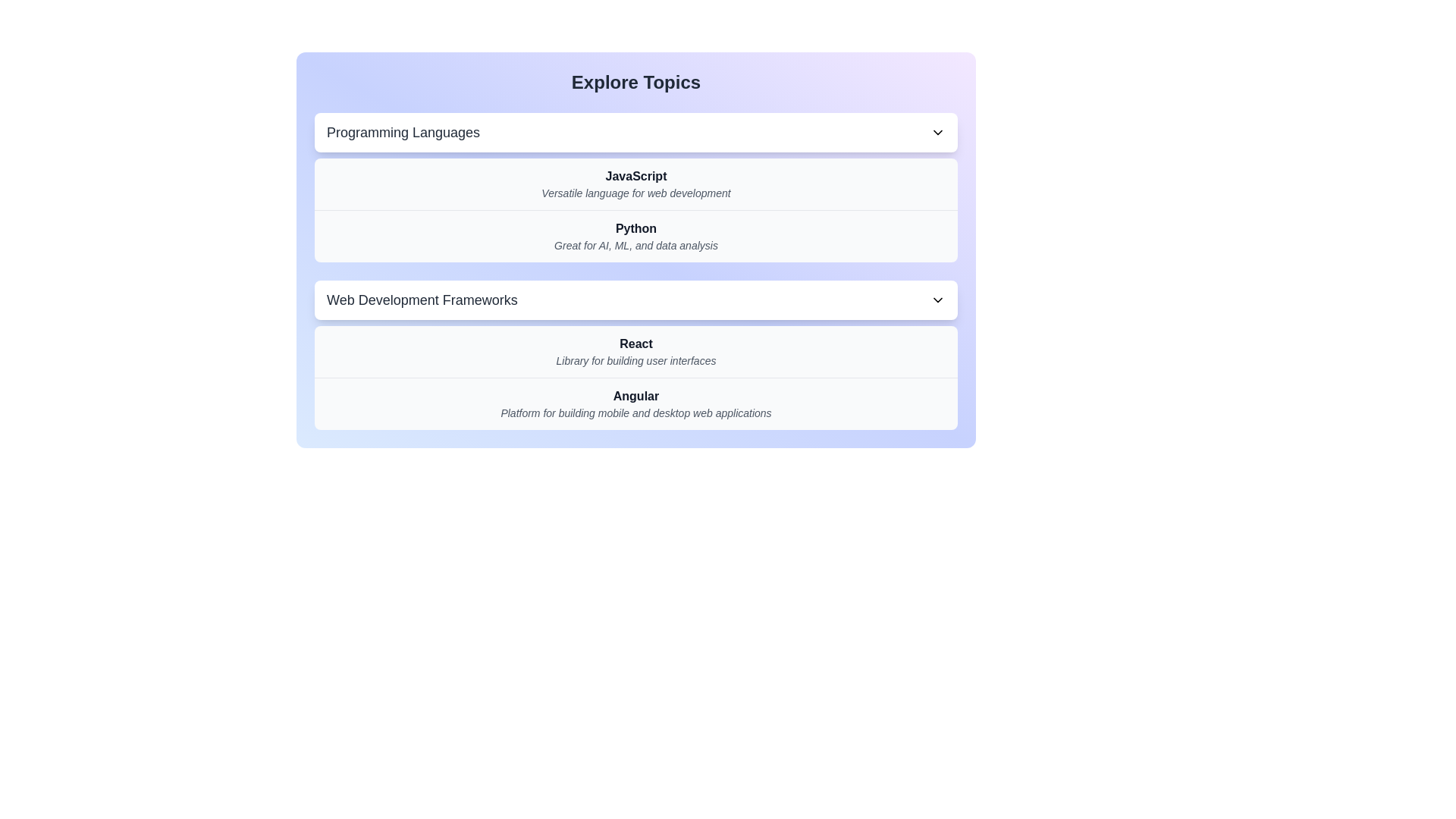 Image resolution: width=1456 pixels, height=819 pixels. Describe the element at coordinates (937, 300) in the screenshot. I see `the icon at the rightmost position in the row labeled 'Web Development Frameworks'` at that location.